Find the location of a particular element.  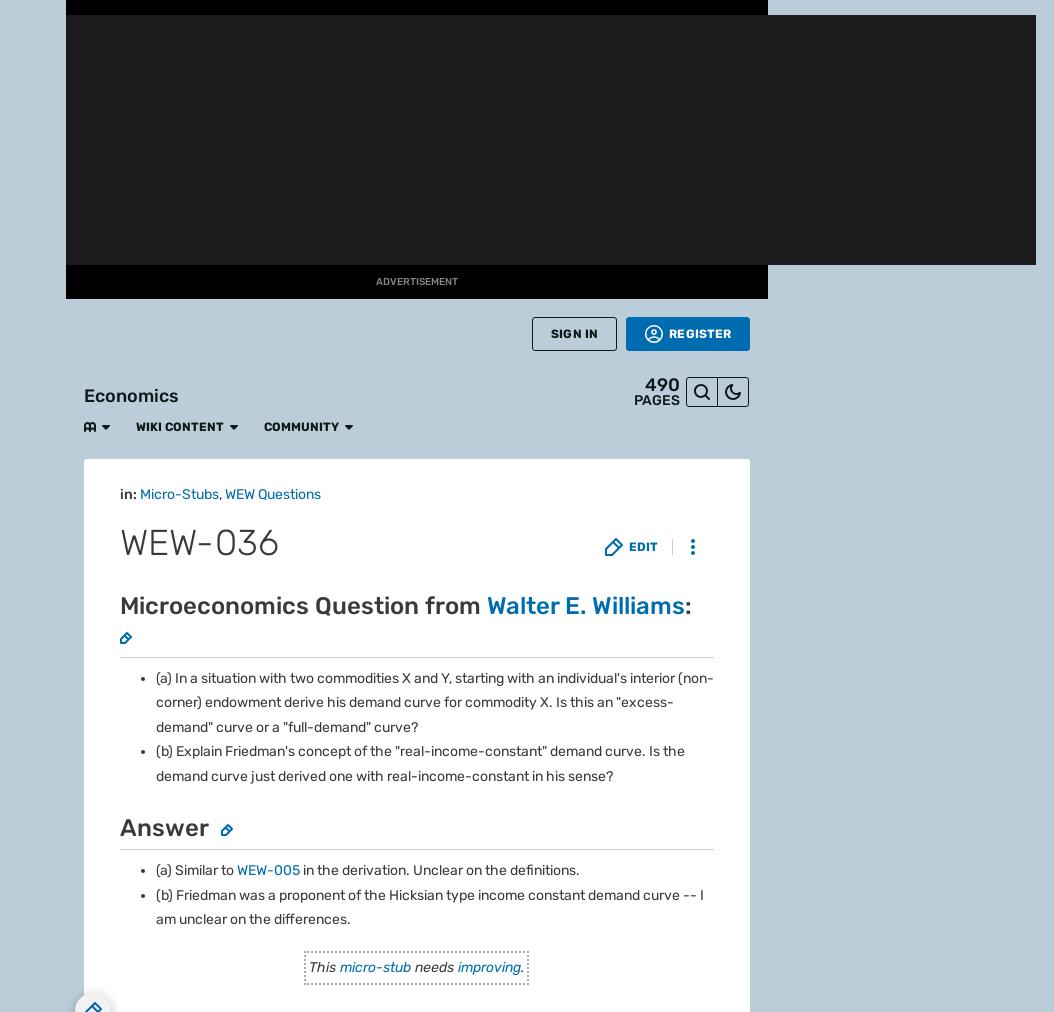

'Movies' is located at coordinates (32, 429).